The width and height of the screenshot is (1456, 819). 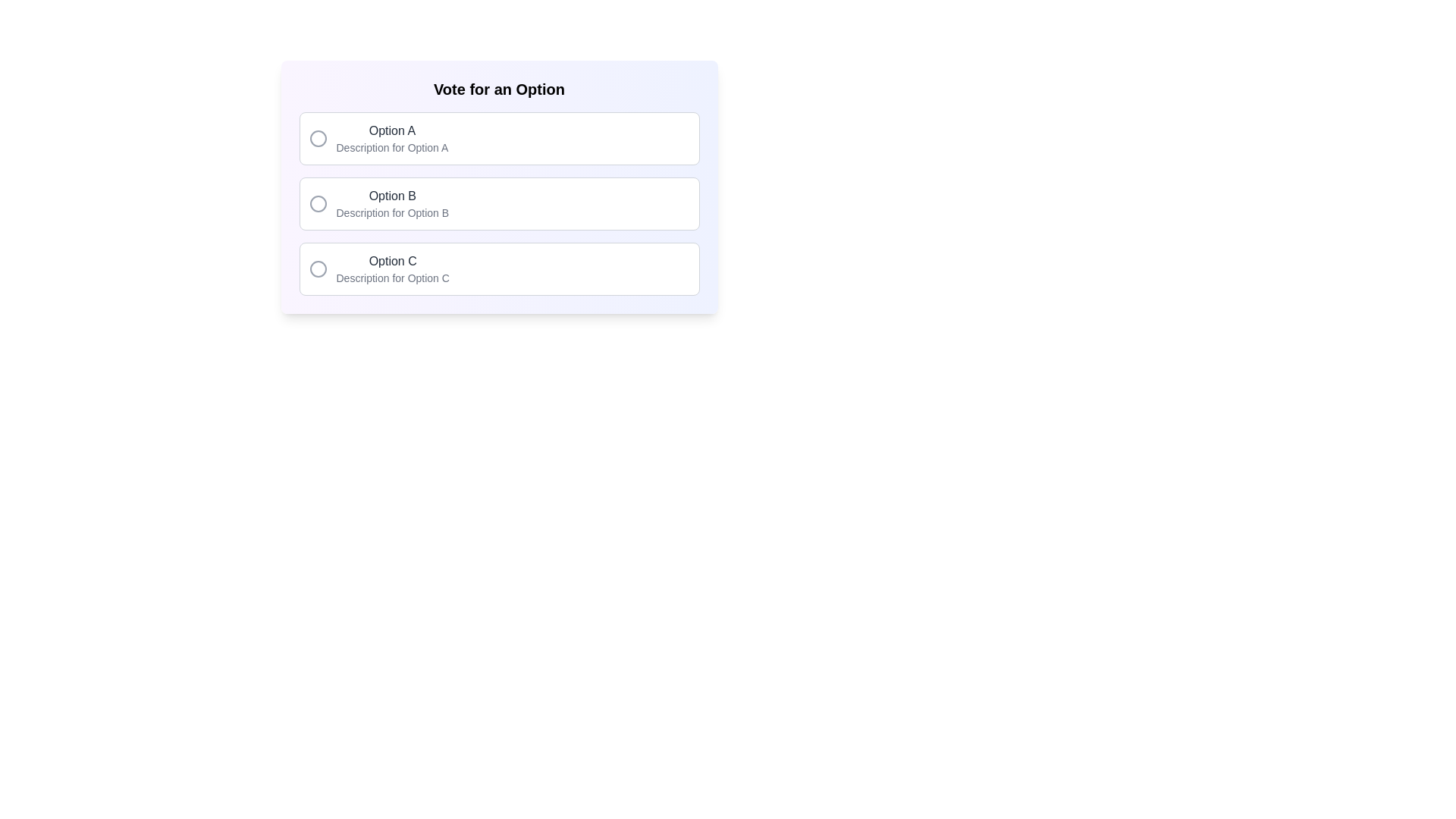 I want to click on the text label displaying 'Option C' with the description 'Description for Option C', which is the third element in a vertical list of options, so click(x=393, y=268).